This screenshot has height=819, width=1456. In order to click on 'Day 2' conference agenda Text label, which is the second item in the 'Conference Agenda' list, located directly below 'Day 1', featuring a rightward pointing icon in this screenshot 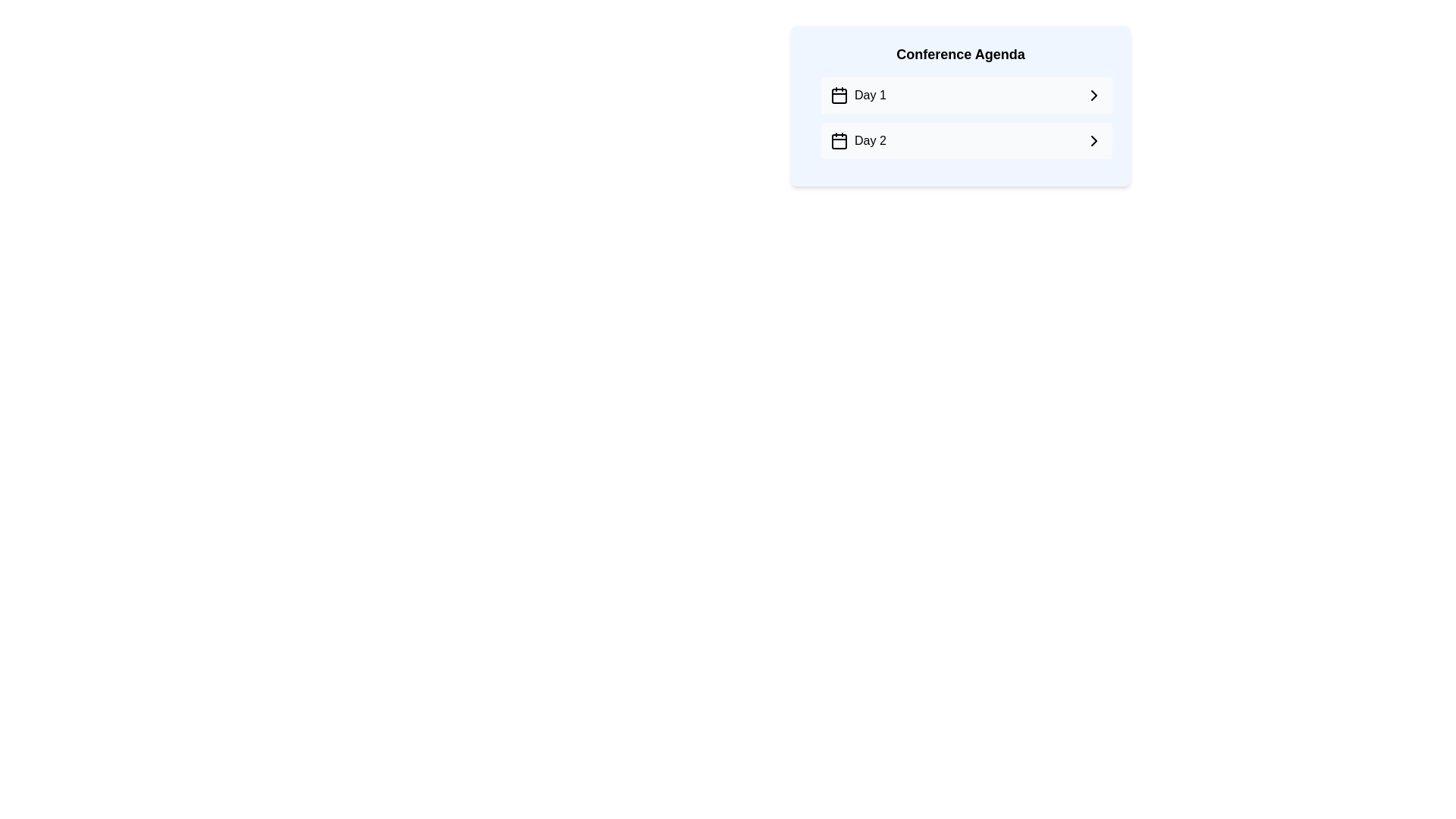, I will do `click(858, 140)`.